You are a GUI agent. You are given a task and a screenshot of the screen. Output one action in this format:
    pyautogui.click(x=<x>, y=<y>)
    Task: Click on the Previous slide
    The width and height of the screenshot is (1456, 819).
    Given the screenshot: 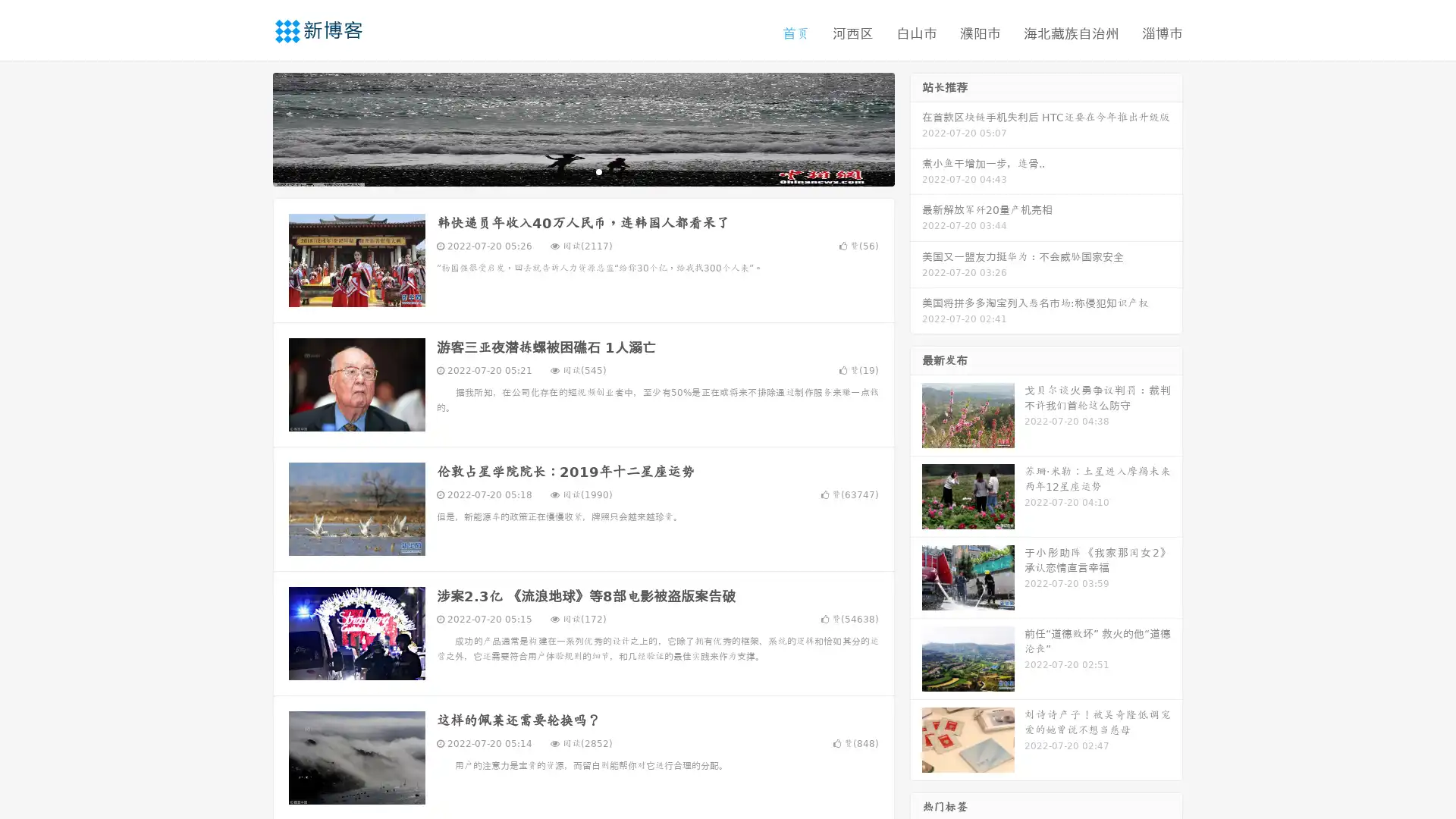 What is the action you would take?
    pyautogui.click(x=250, y=127)
    